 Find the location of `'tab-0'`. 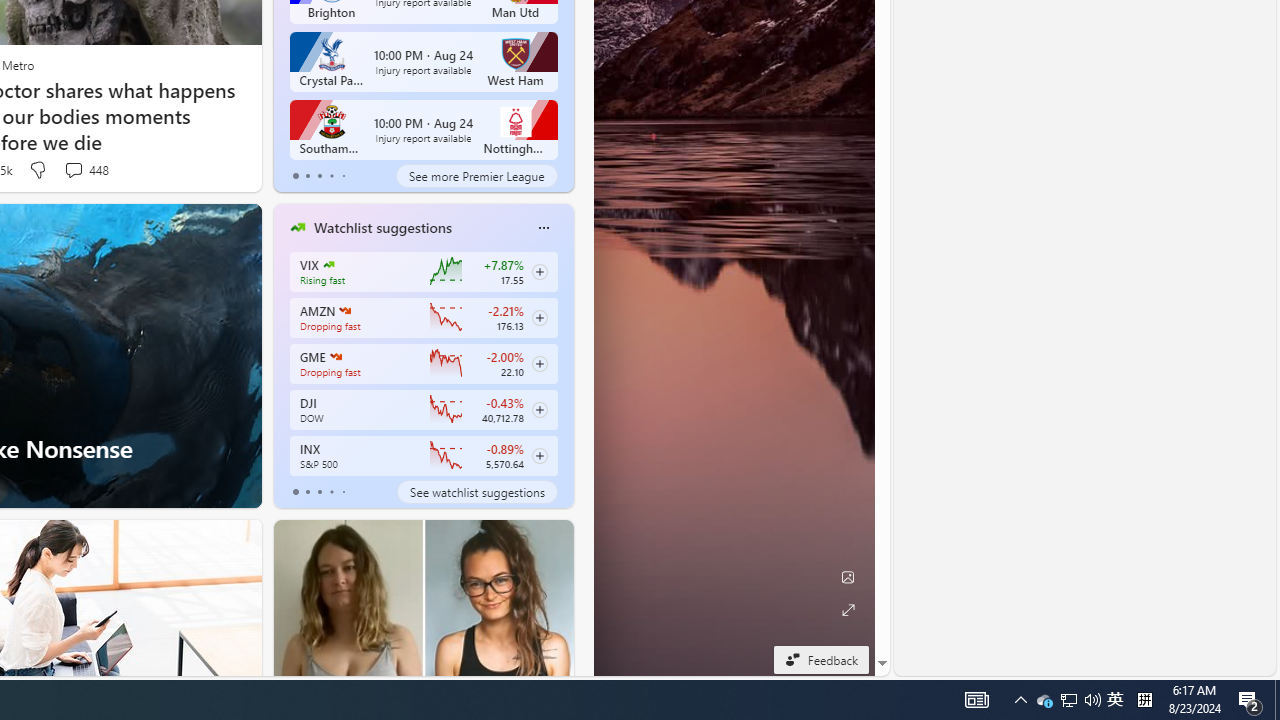

'tab-0' is located at coordinates (294, 492).